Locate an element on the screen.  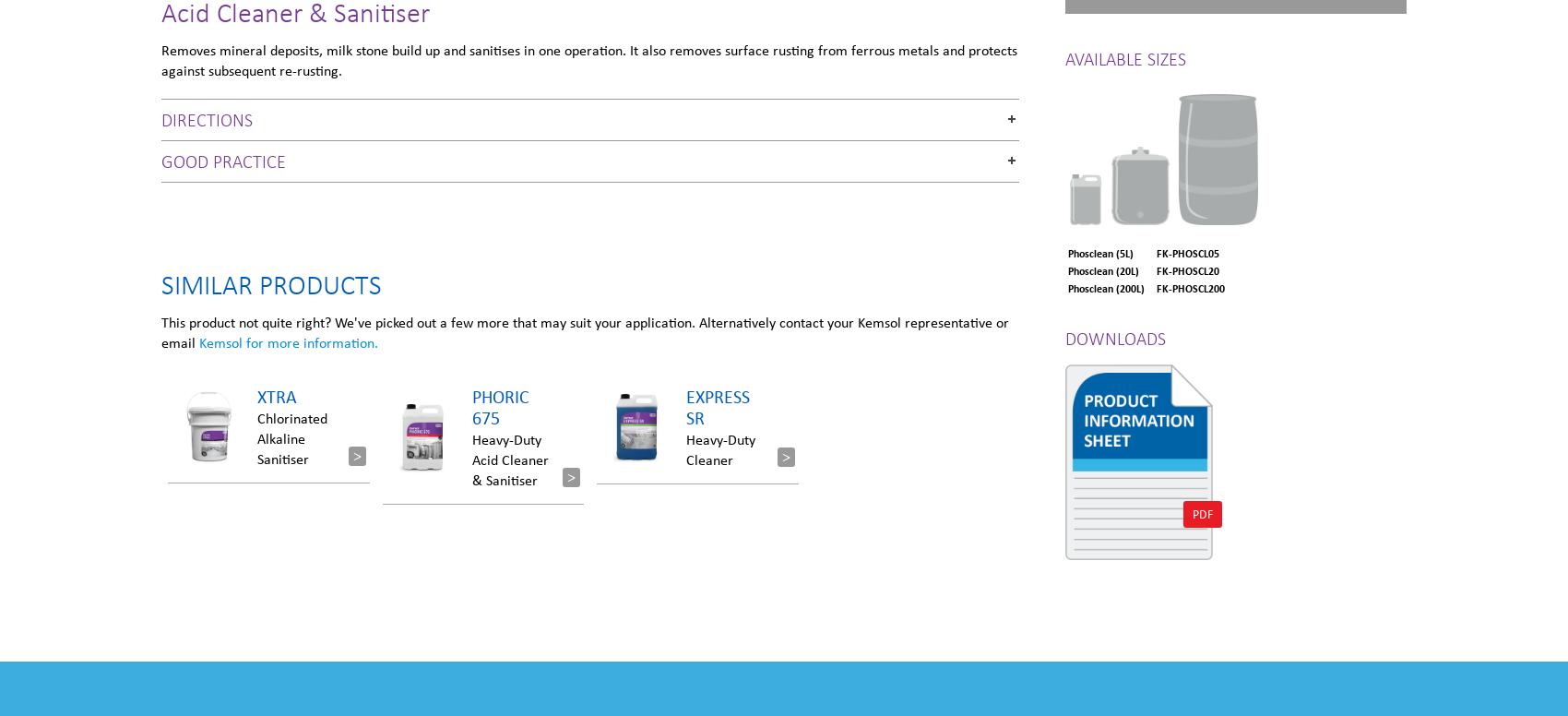
'Phosclean (20L)' is located at coordinates (1102, 269).